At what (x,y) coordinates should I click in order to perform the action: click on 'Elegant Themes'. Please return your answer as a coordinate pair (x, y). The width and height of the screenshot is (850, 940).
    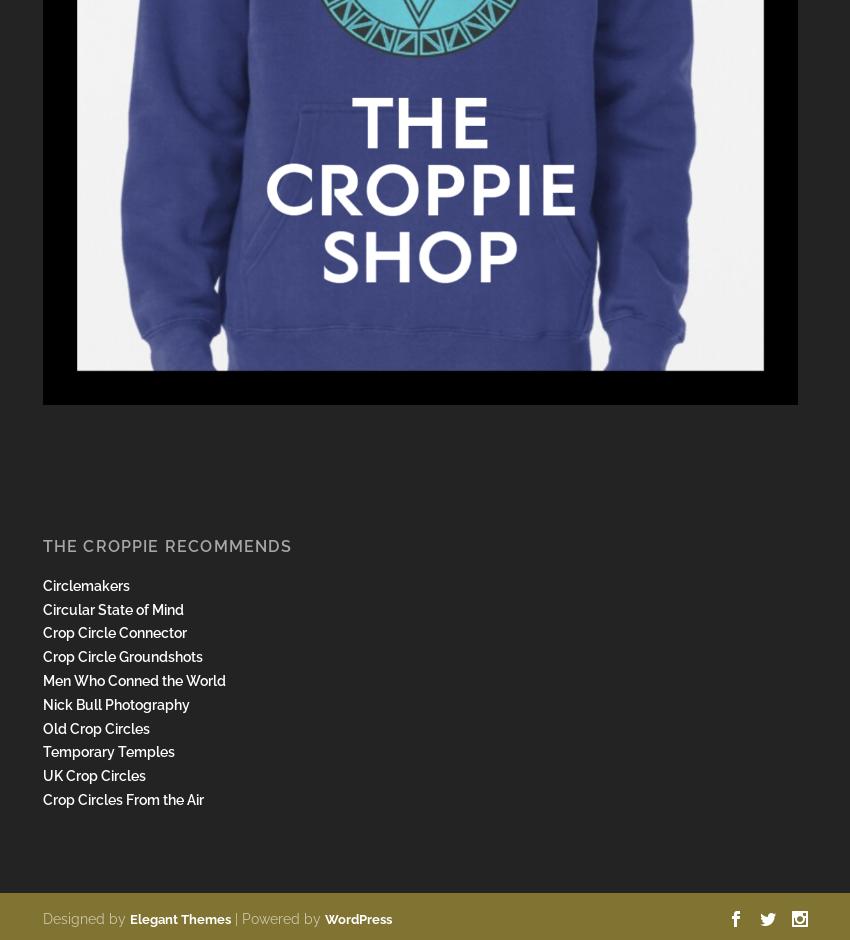
    Looking at the image, I should click on (129, 917).